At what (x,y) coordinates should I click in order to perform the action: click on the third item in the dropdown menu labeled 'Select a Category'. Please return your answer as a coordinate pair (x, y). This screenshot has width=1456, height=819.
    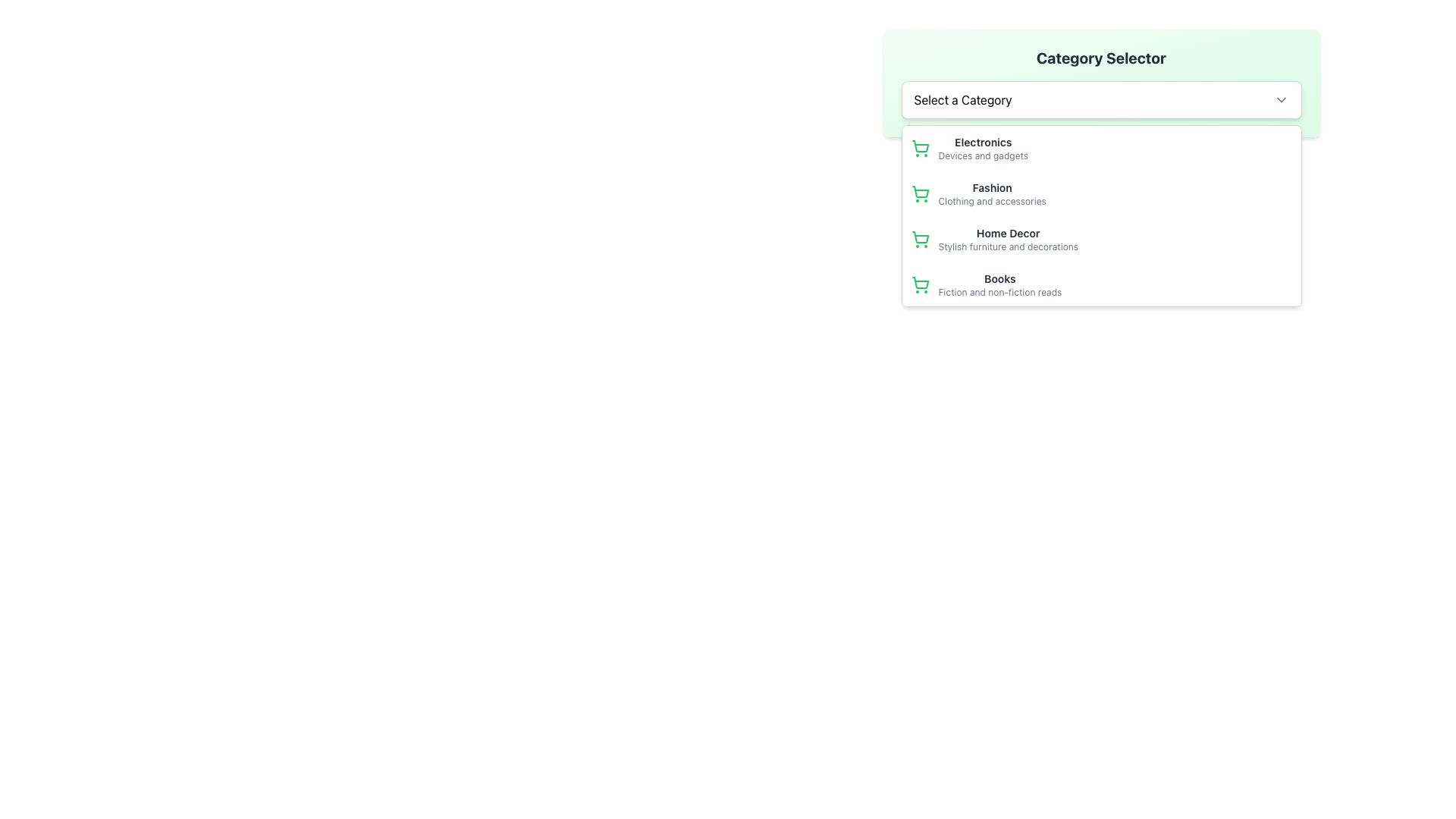
    Looking at the image, I should click on (1101, 216).